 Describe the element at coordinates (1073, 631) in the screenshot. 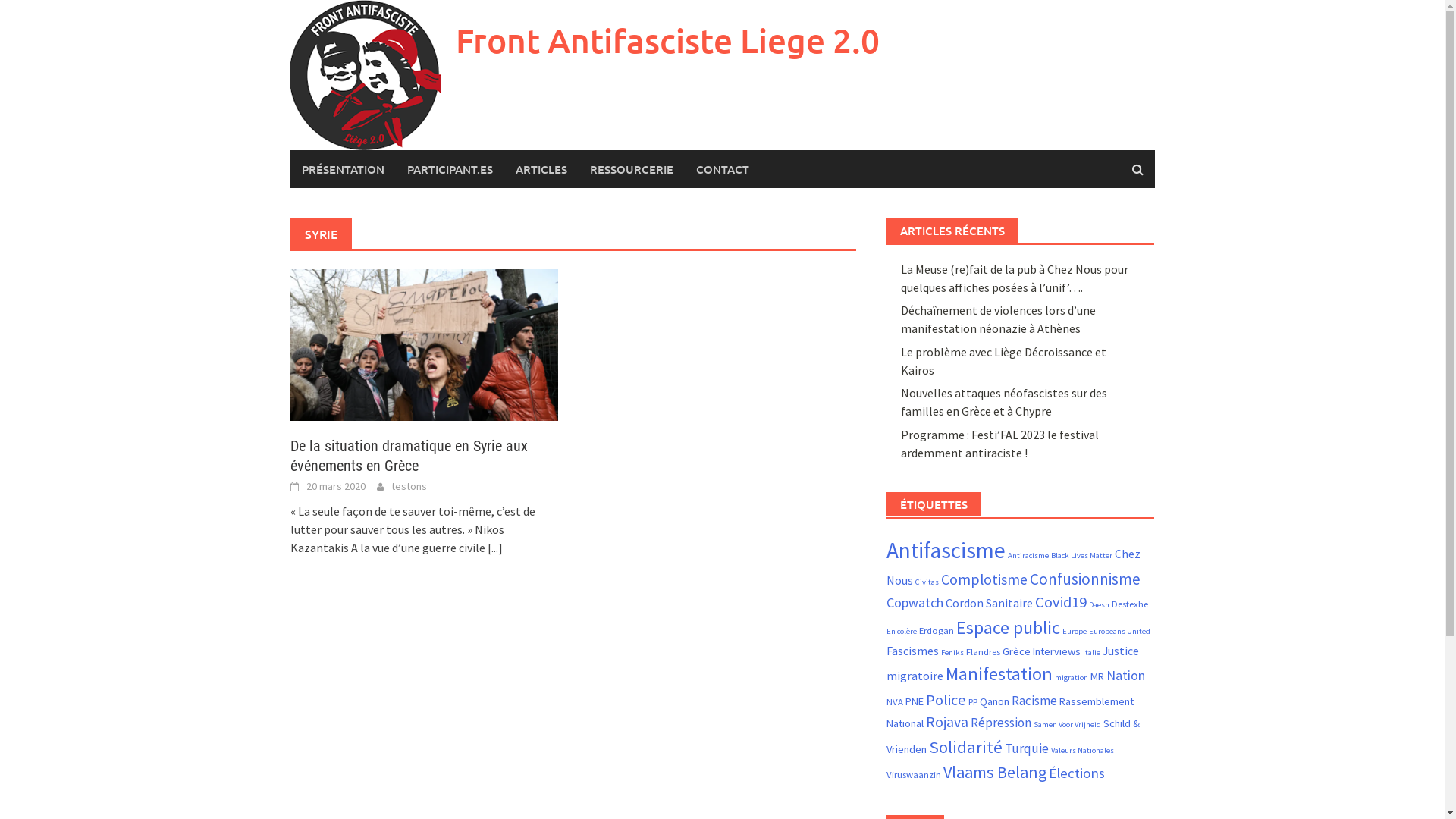

I see `'Europe'` at that location.